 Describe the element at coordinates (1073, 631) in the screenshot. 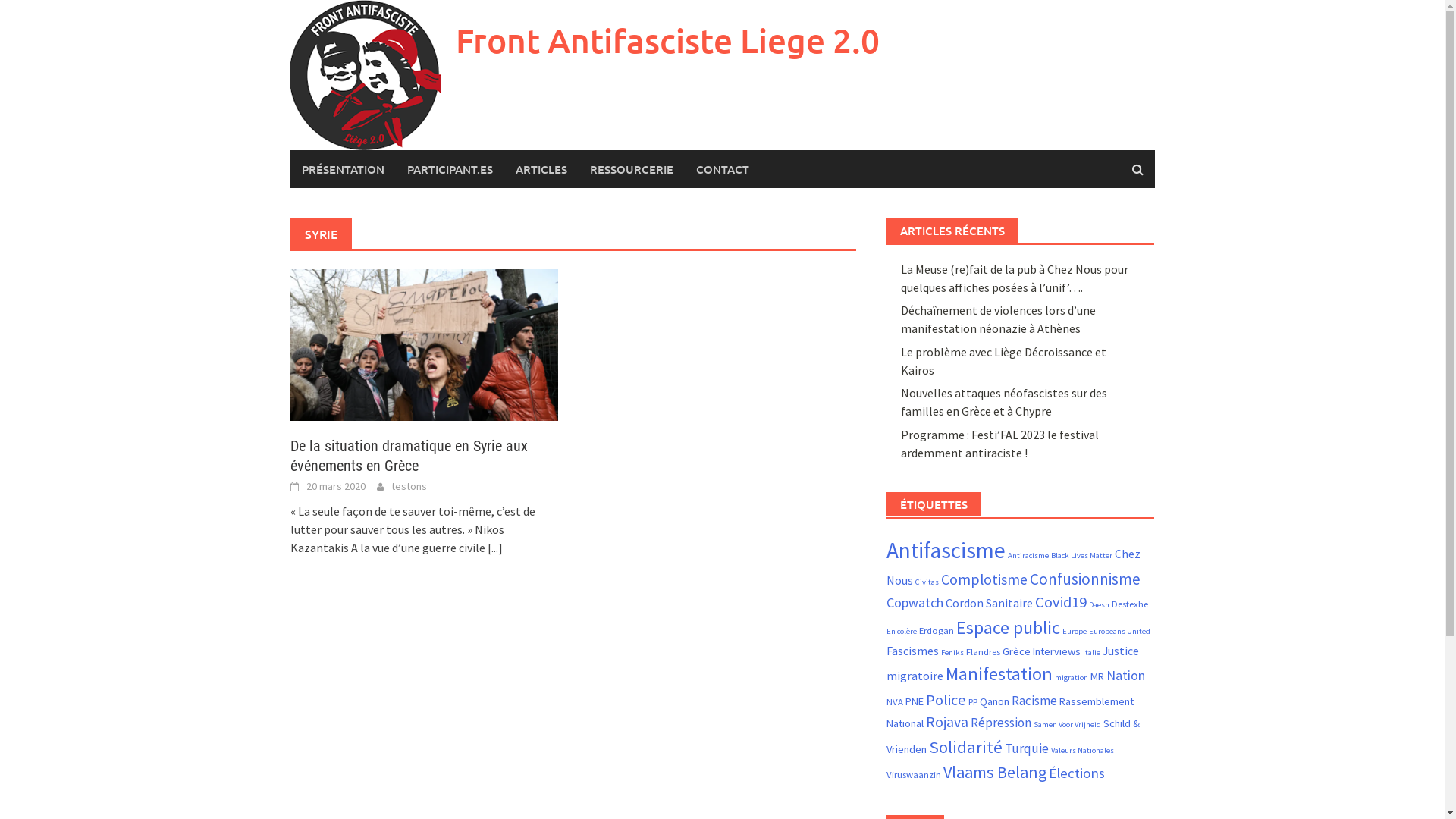

I see `'Europe'` at that location.